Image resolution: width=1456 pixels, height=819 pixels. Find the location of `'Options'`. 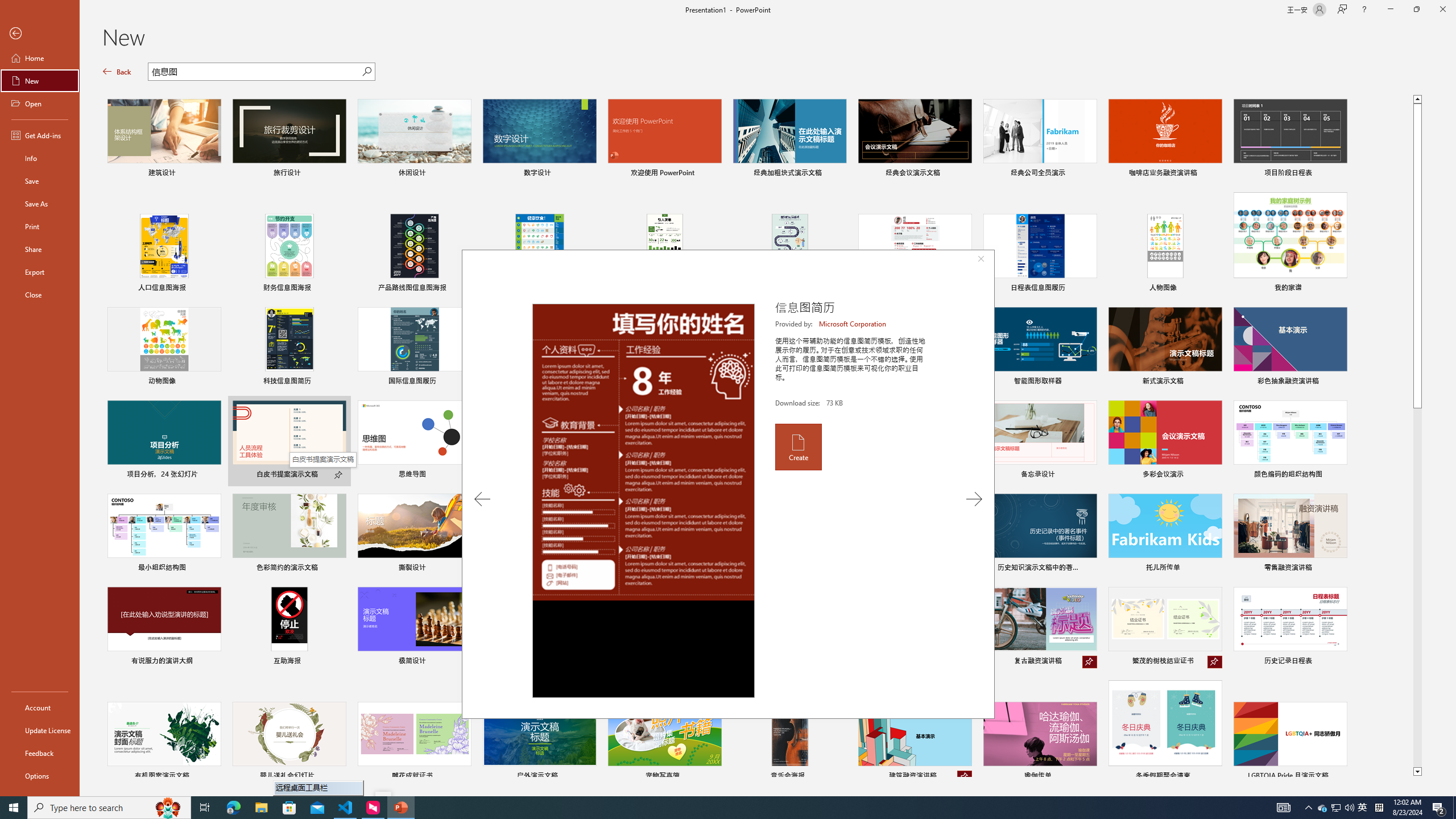

'Options' is located at coordinates (39, 775).